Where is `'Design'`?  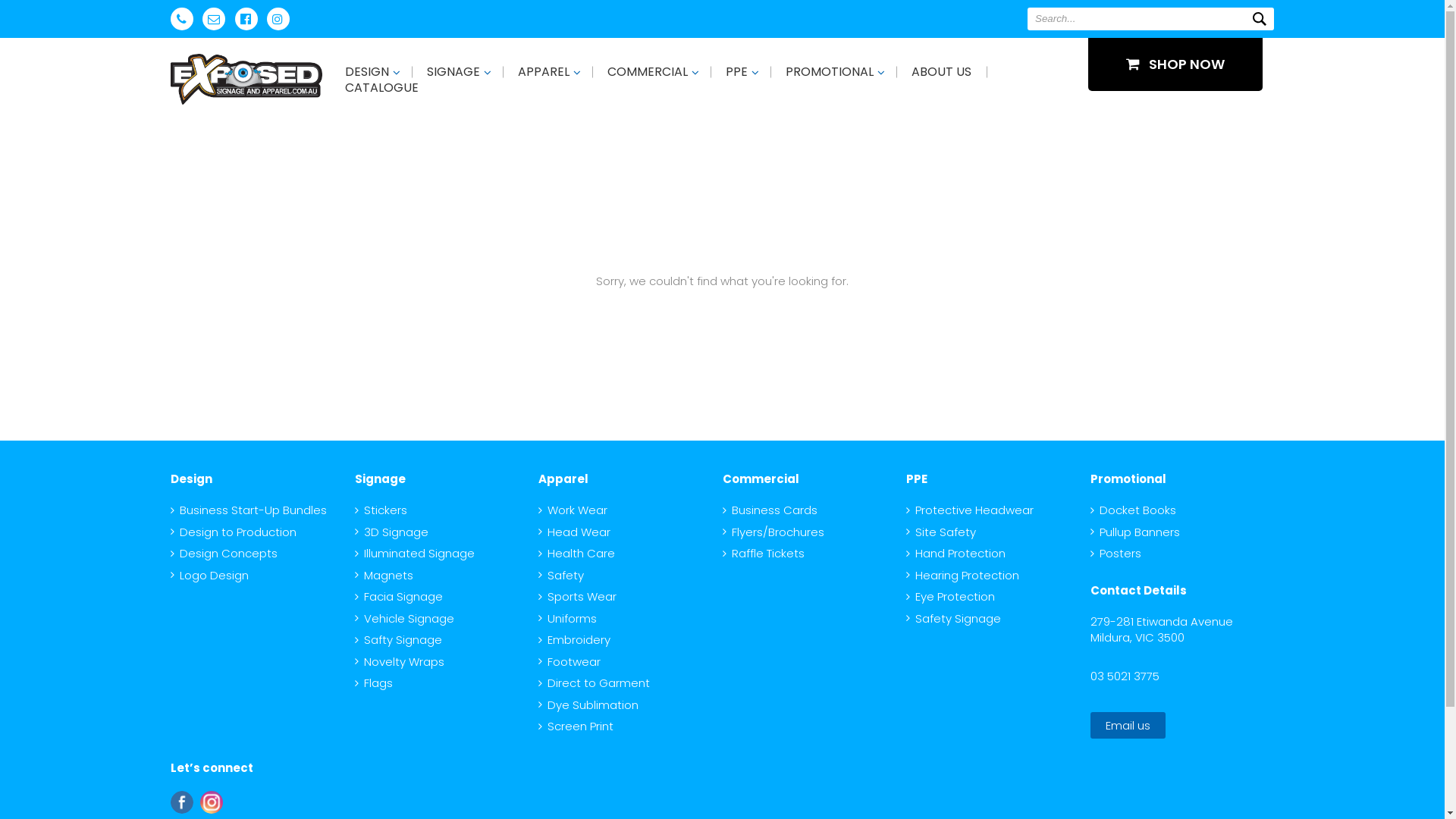
'Design' is located at coordinates (171, 479).